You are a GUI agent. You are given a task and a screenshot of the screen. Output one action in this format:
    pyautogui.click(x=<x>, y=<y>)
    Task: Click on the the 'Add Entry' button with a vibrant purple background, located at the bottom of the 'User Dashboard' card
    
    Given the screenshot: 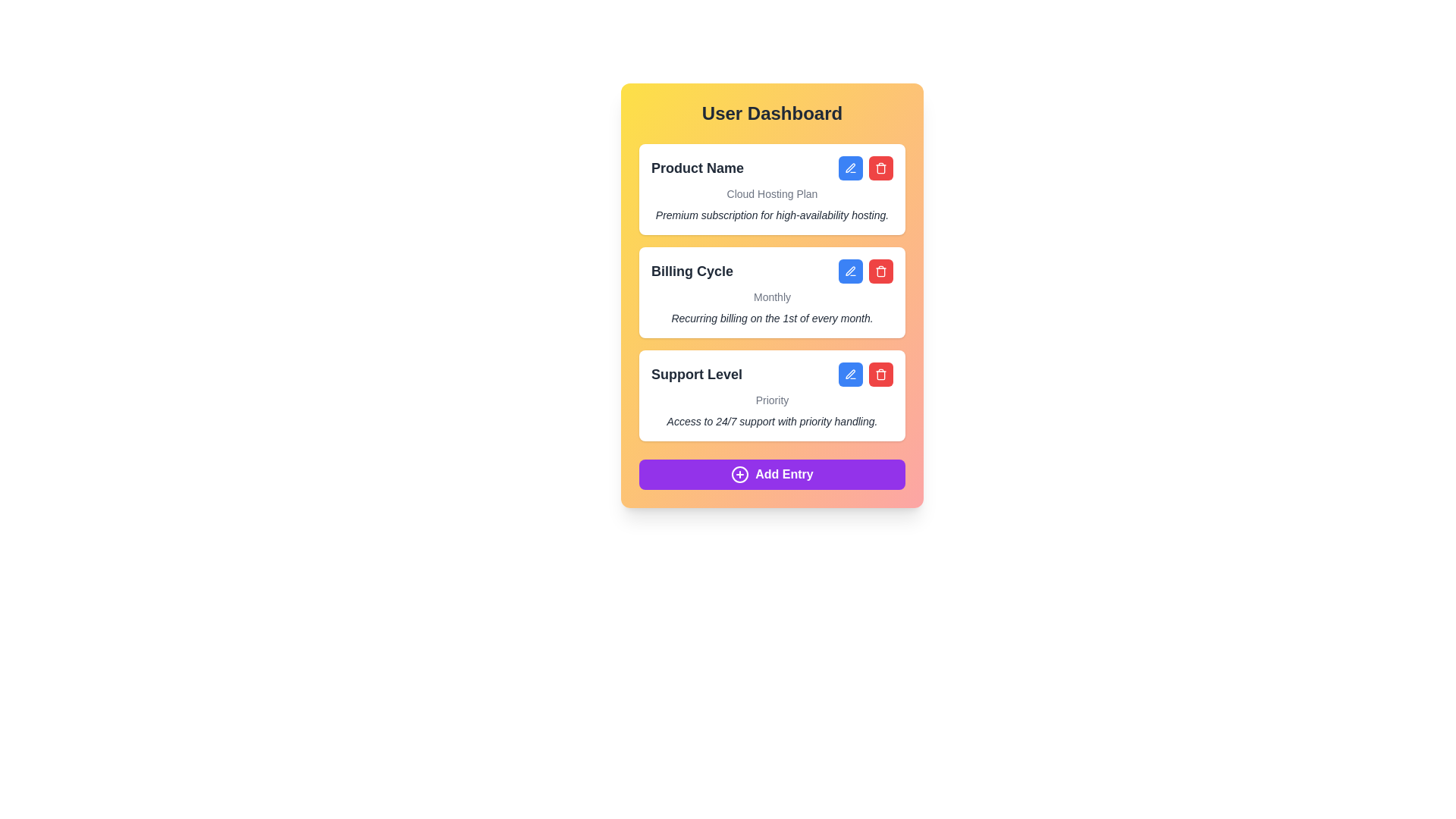 What is the action you would take?
    pyautogui.click(x=772, y=473)
    